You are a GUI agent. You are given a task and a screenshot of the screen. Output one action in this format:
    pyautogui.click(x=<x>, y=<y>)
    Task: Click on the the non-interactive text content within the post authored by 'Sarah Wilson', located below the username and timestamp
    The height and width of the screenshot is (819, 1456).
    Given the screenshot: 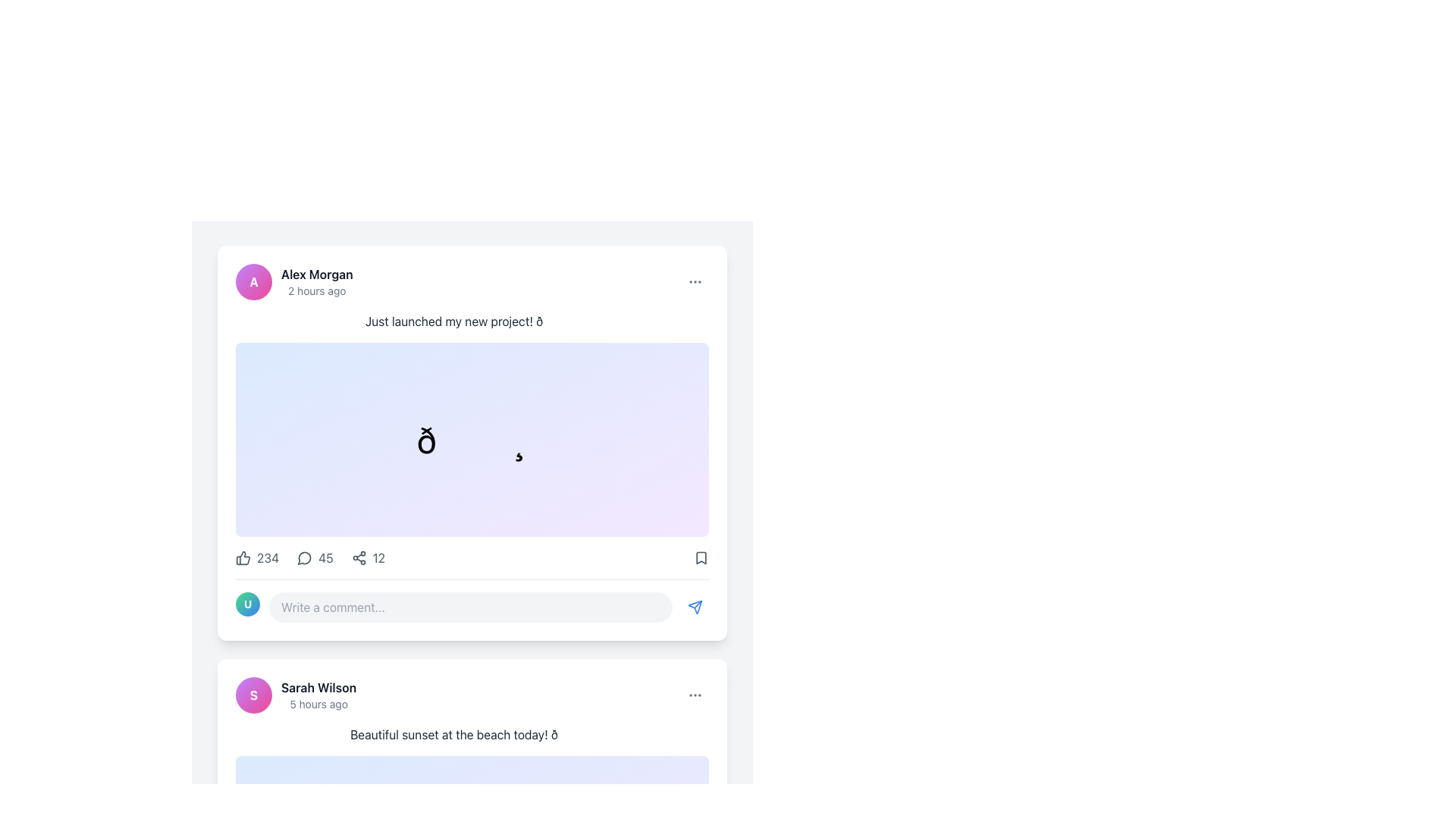 What is the action you would take?
    pyautogui.click(x=472, y=733)
    